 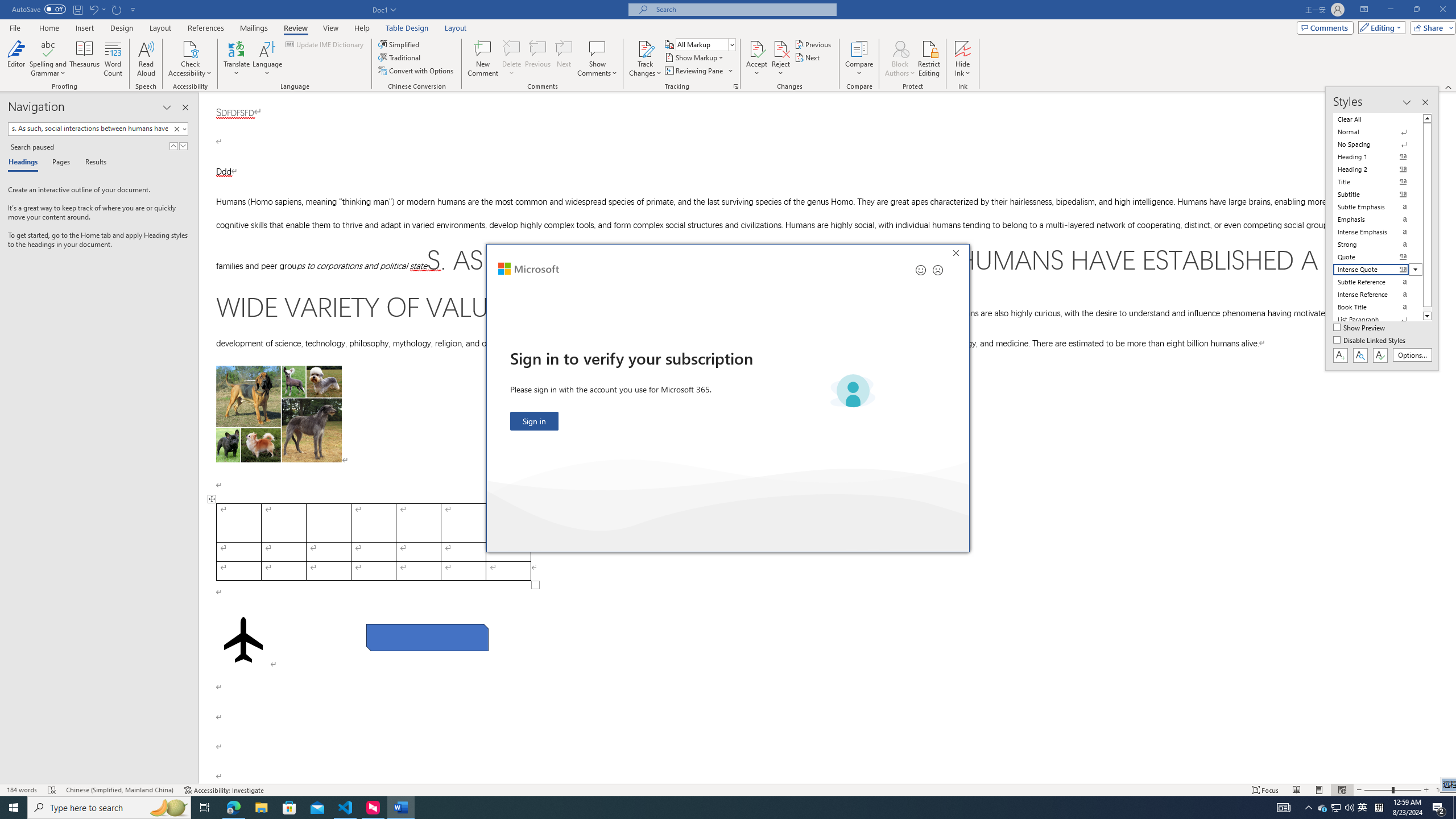 What do you see at coordinates (1378, 320) in the screenshot?
I see `'List Paragraph'` at bounding box center [1378, 320].